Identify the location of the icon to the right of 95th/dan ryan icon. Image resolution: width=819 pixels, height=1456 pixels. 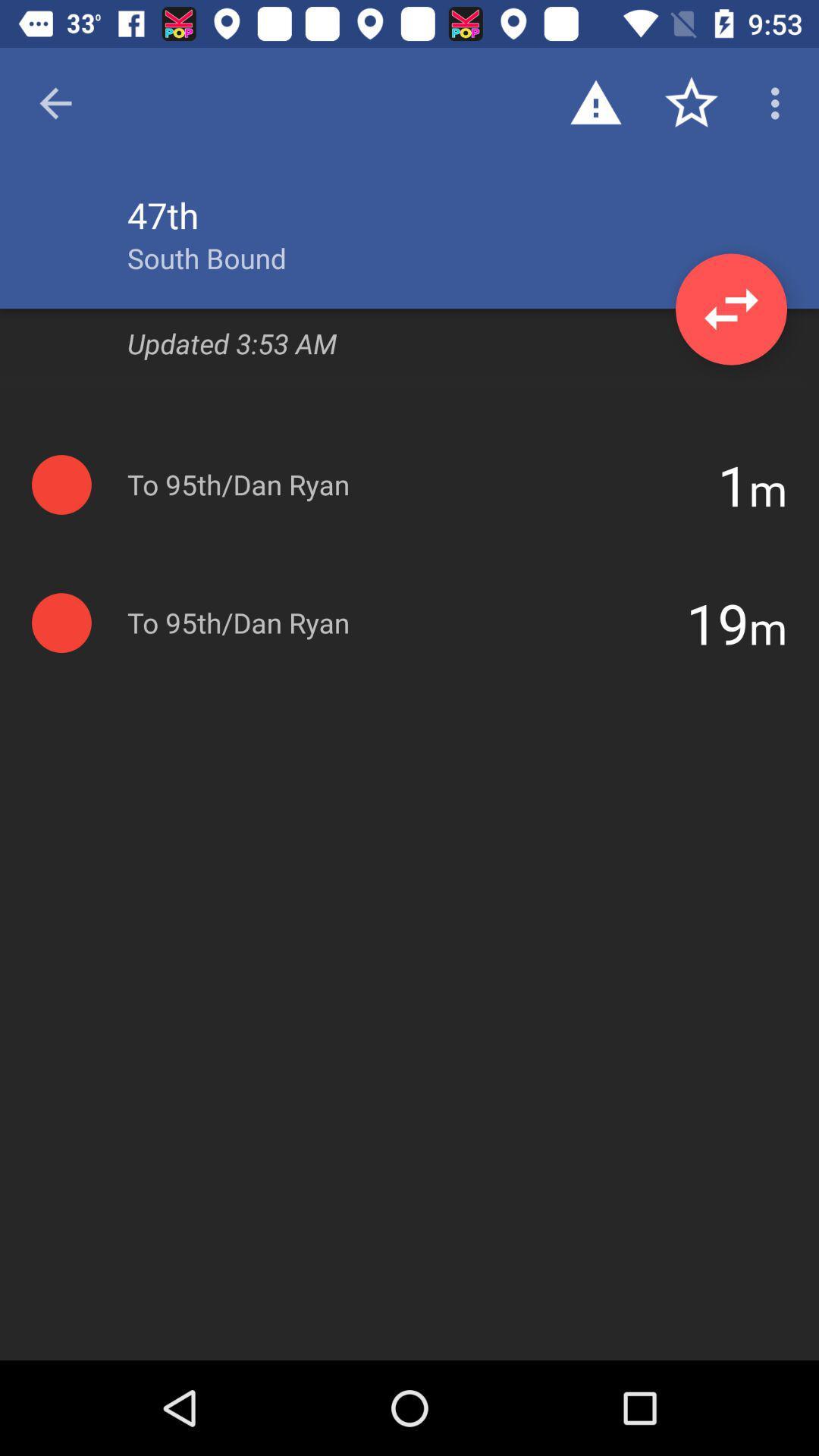
(717, 623).